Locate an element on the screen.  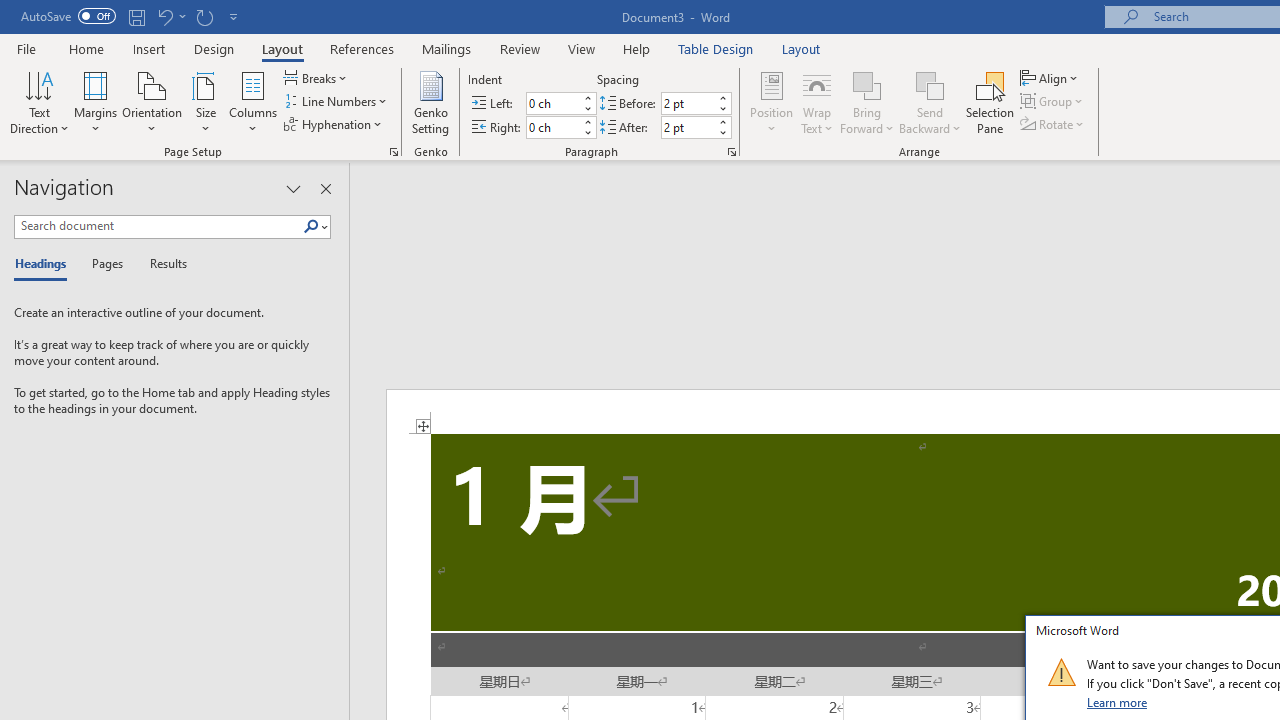
'Headings' is located at coordinates (45, 264).